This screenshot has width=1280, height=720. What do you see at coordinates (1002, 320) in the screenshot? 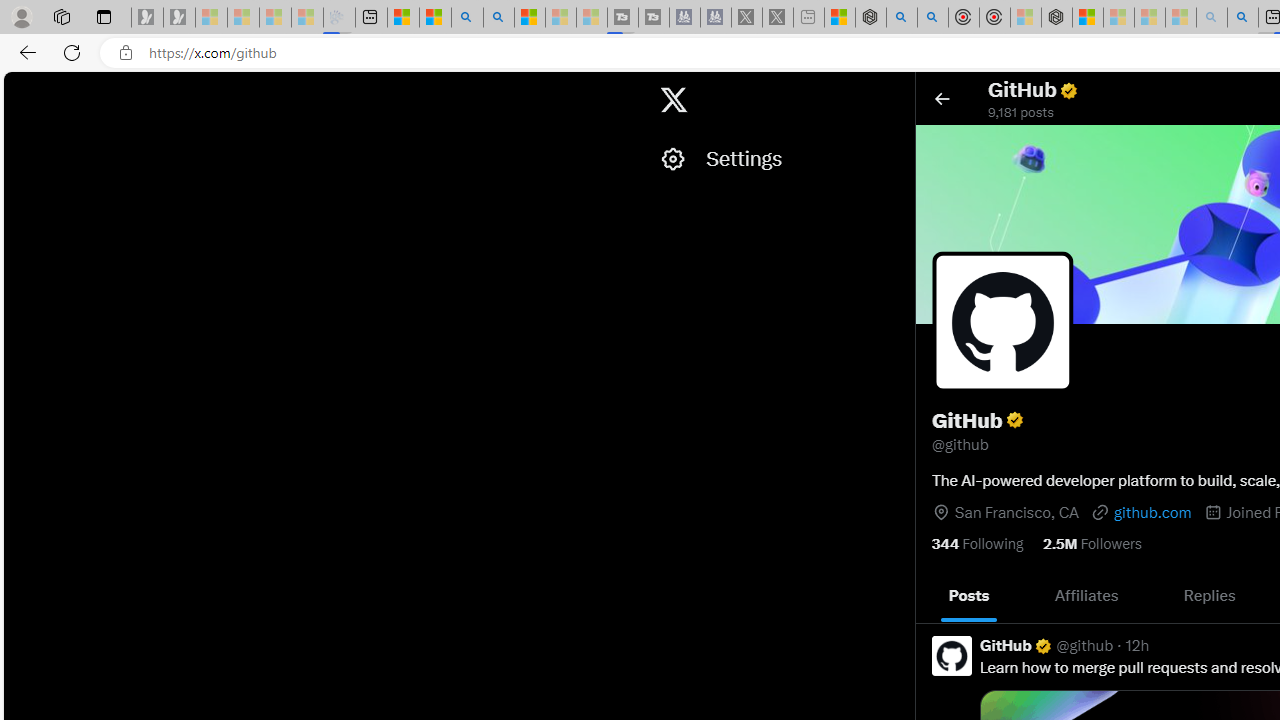
I see `'Square profile picture and Opens profile photo'` at bounding box center [1002, 320].